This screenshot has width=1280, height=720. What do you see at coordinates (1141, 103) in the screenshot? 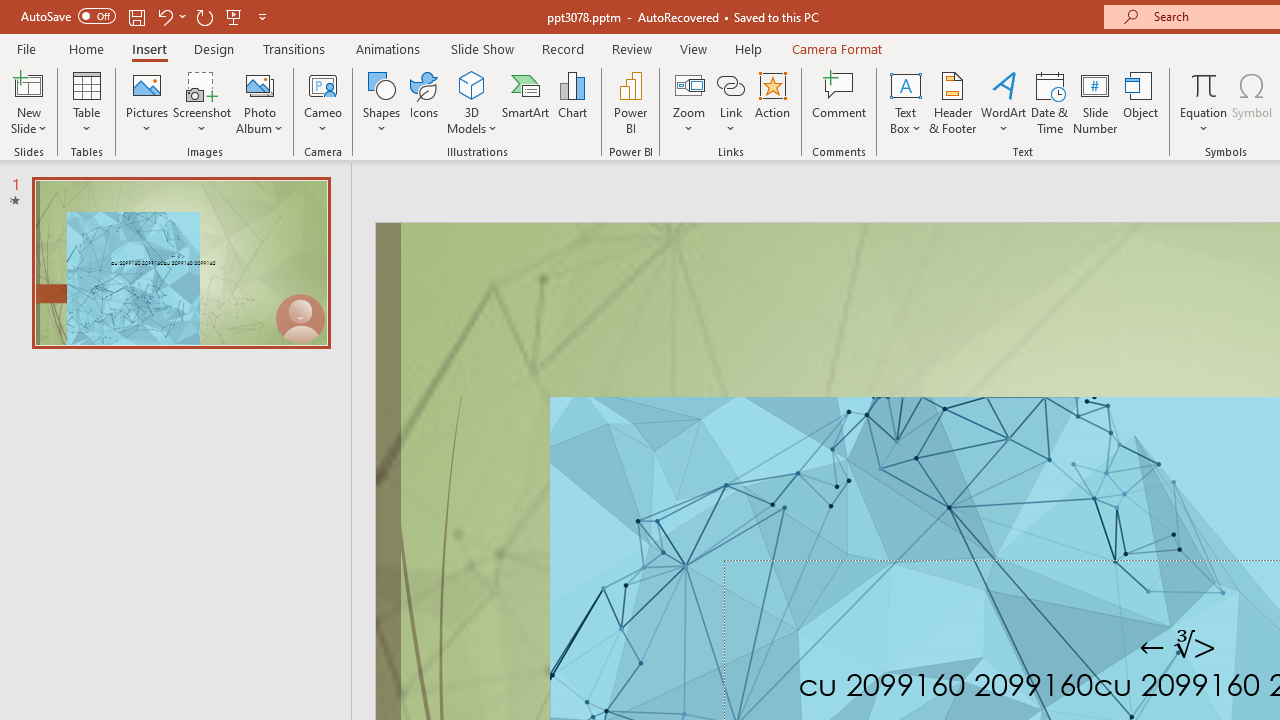
I see `'Object...'` at bounding box center [1141, 103].